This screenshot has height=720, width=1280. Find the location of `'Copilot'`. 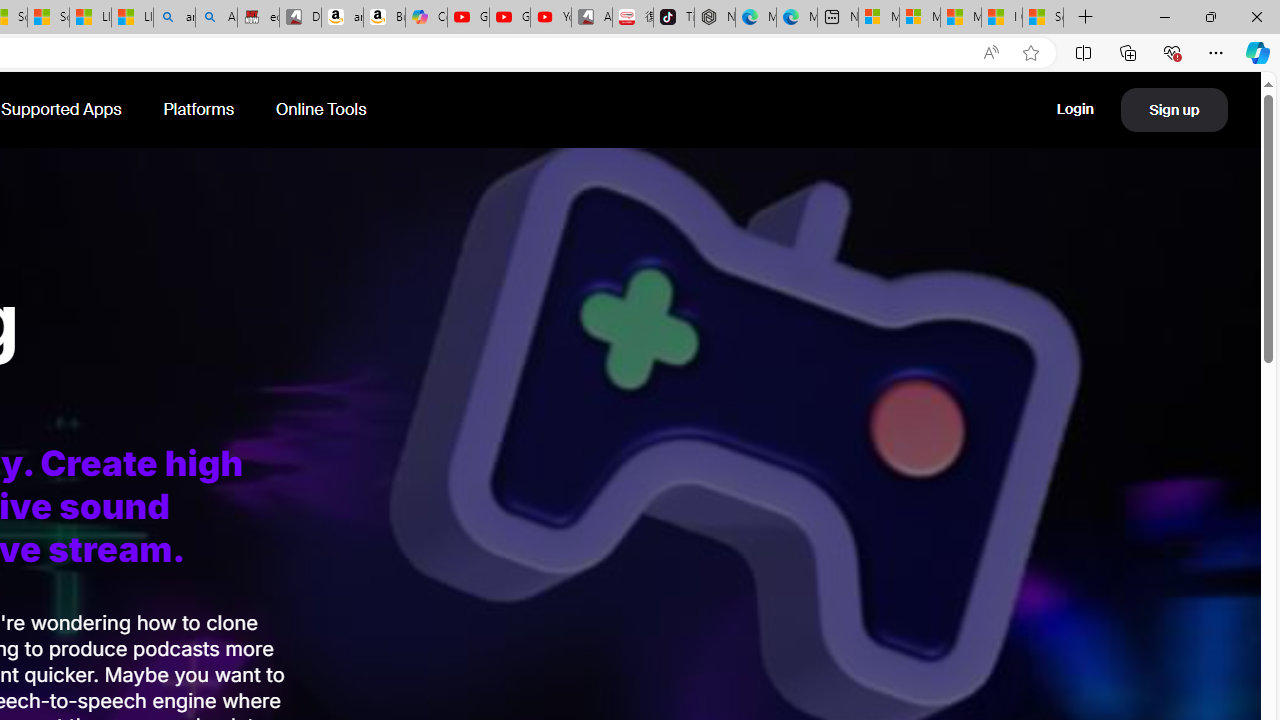

'Copilot' is located at coordinates (425, 17).